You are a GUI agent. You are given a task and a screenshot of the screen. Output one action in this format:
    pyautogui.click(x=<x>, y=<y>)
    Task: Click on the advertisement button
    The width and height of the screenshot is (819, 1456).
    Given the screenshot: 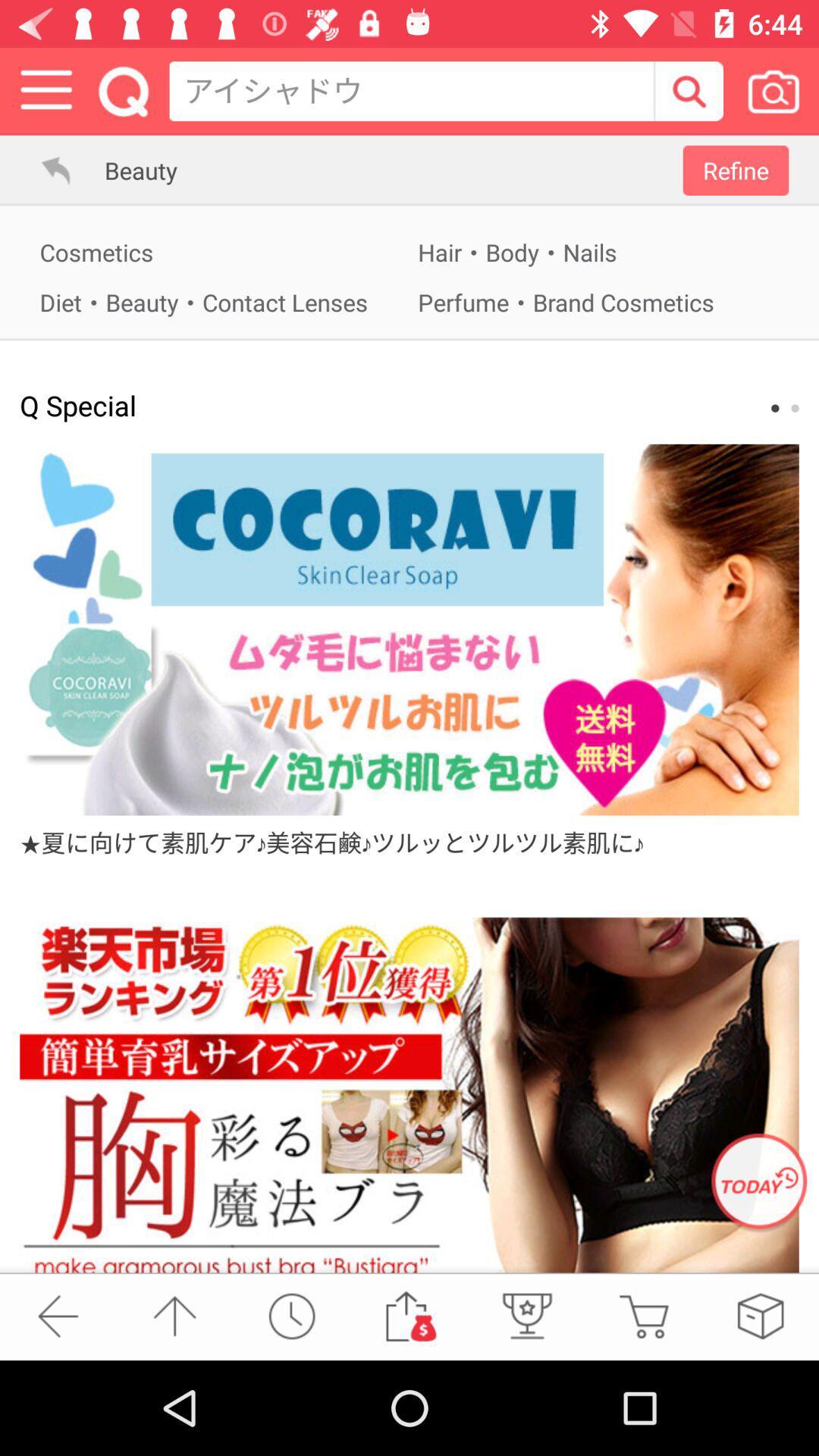 What is the action you would take?
    pyautogui.click(x=409, y=1095)
    